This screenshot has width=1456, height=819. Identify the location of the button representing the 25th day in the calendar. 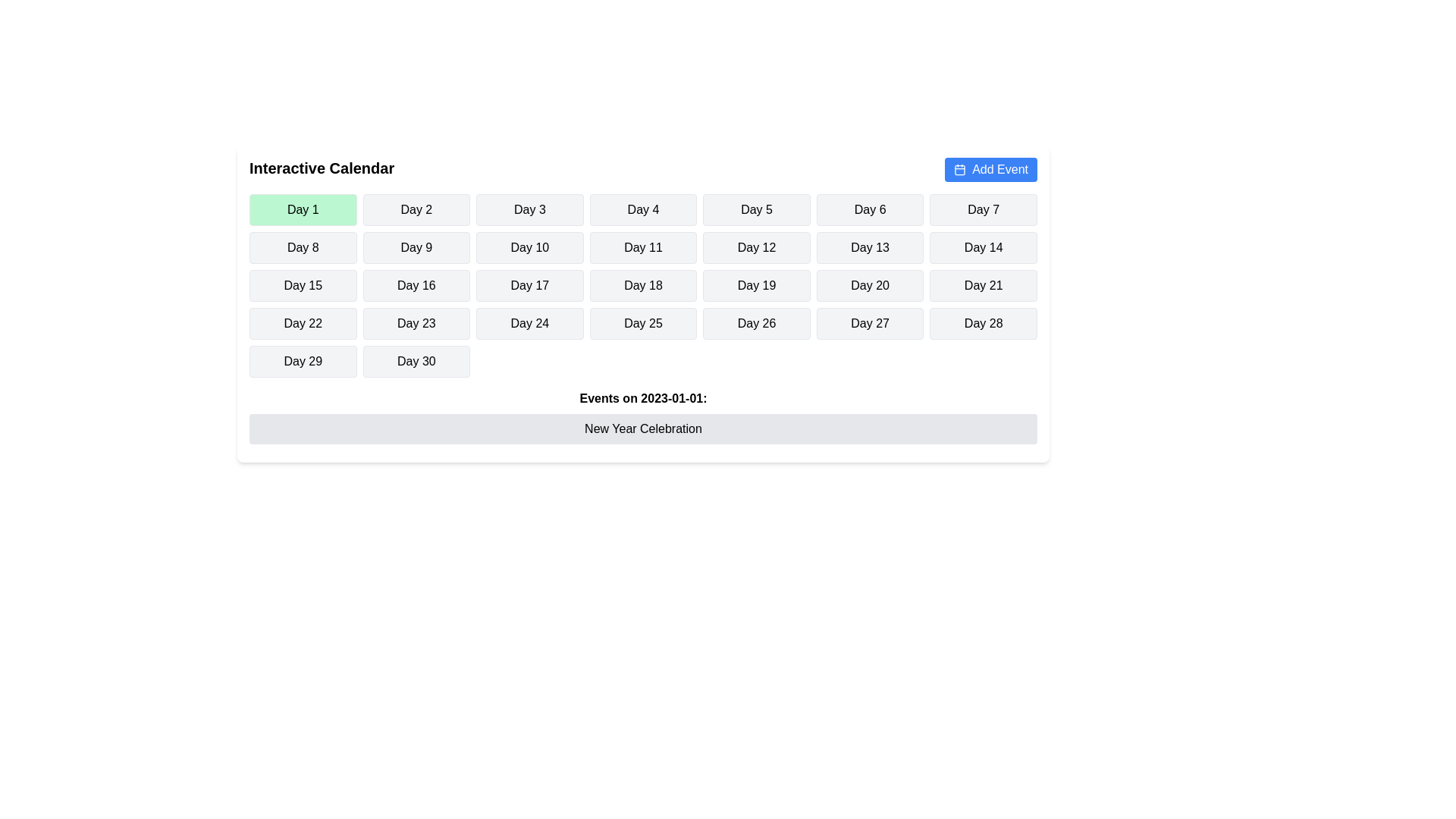
(643, 323).